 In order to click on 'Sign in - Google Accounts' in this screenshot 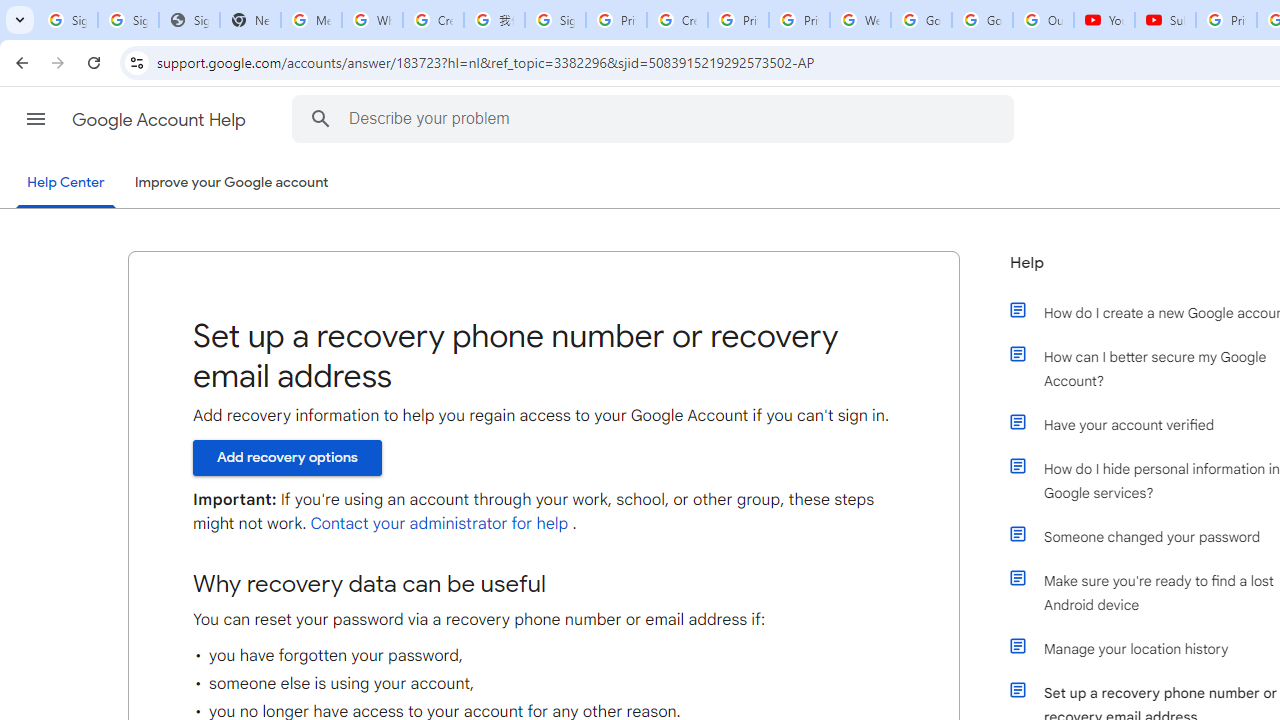, I will do `click(555, 20)`.